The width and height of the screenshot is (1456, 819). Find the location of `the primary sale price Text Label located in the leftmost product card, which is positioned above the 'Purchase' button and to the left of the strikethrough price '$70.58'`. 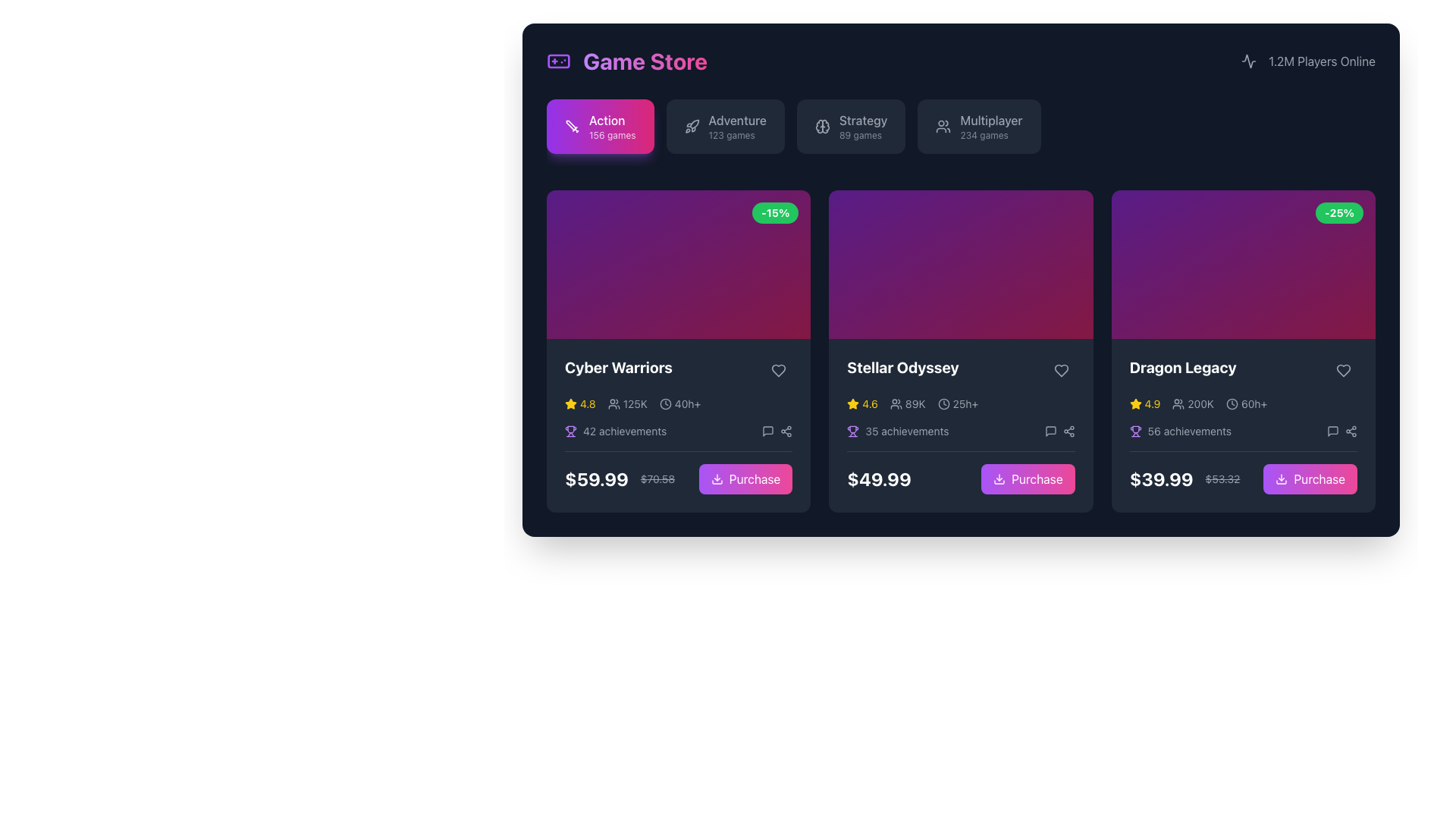

the primary sale price Text Label located in the leftmost product card, which is positioned above the 'Purchase' button and to the left of the strikethrough price '$70.58' is located at coordinates (596, 479).